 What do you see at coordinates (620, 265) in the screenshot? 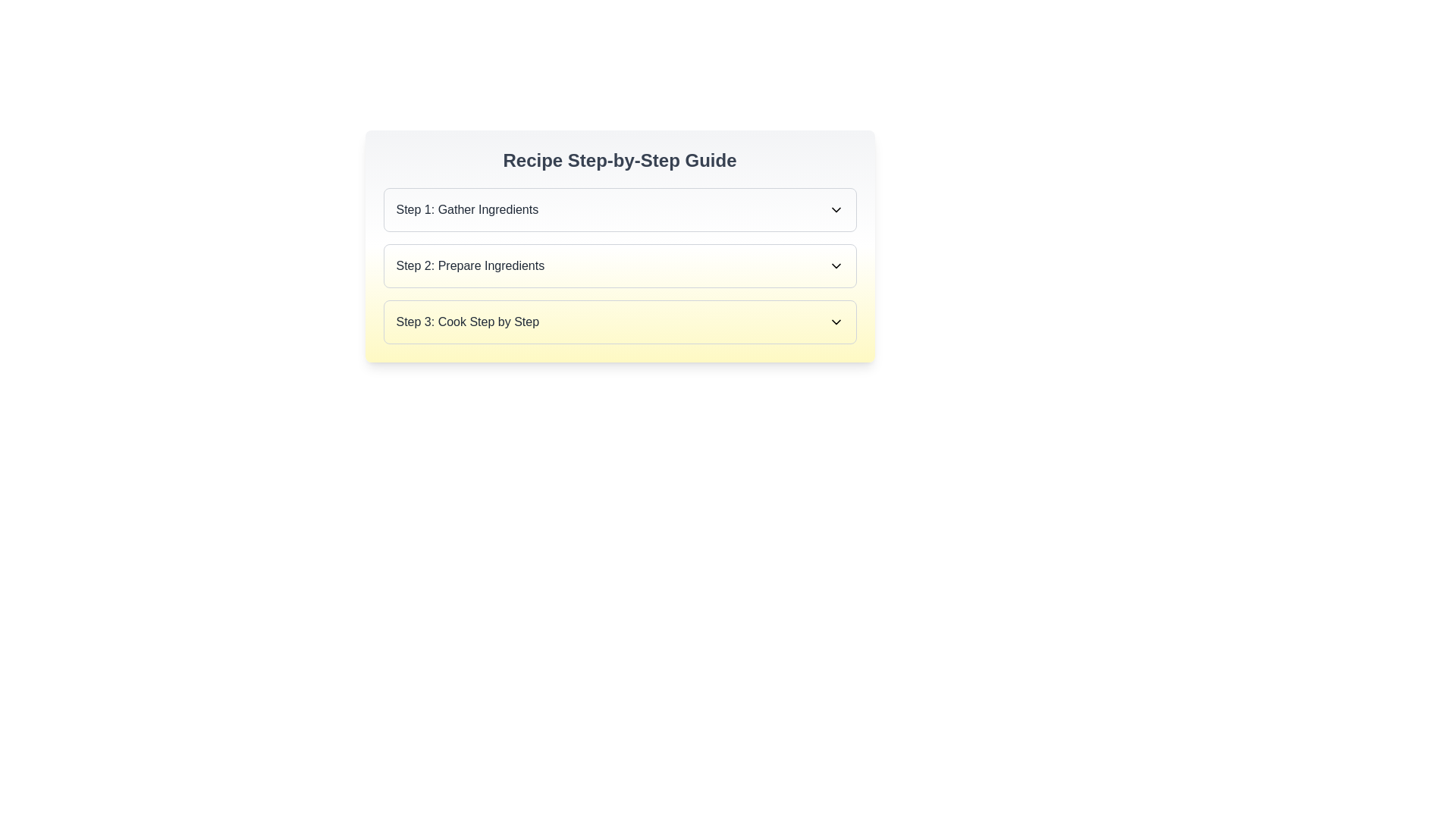
I see `the expandable list item labeled 'Step 2: Prepare Ingredients'` at bounding box center [620, 265].